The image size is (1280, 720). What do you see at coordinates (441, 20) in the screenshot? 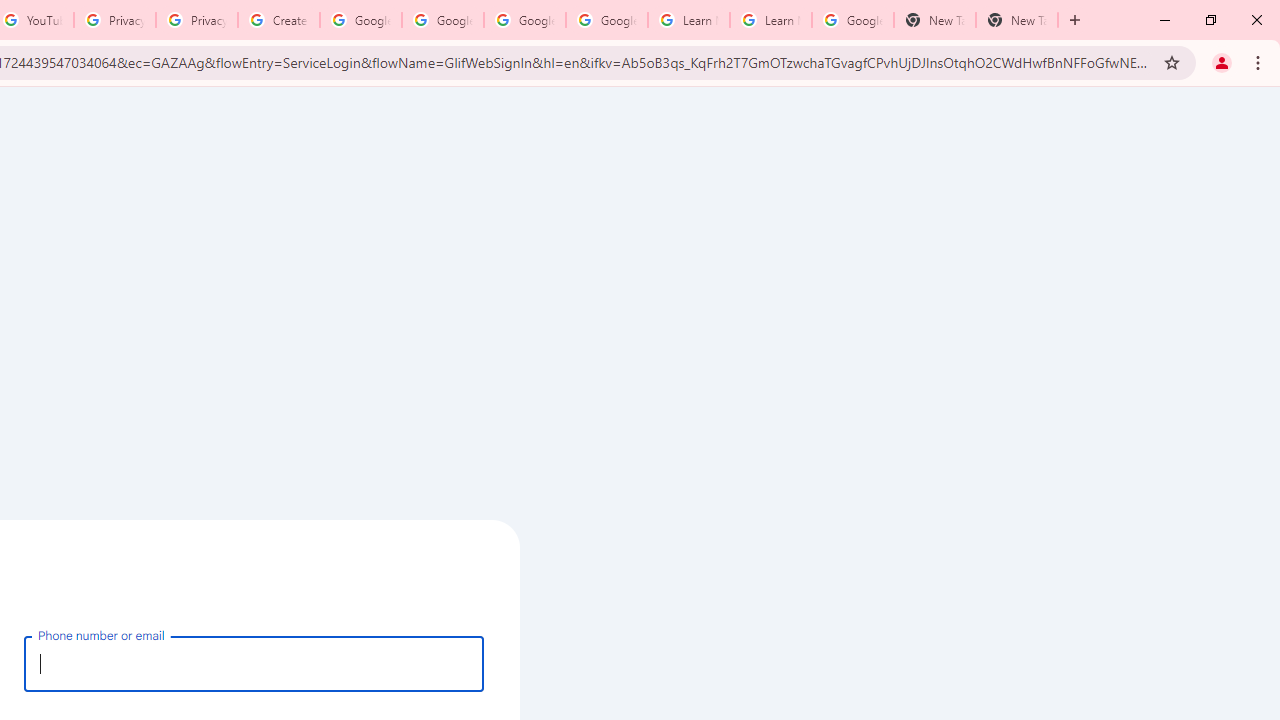
I see `'Google Account Help'` at bounding box center [441, 20].